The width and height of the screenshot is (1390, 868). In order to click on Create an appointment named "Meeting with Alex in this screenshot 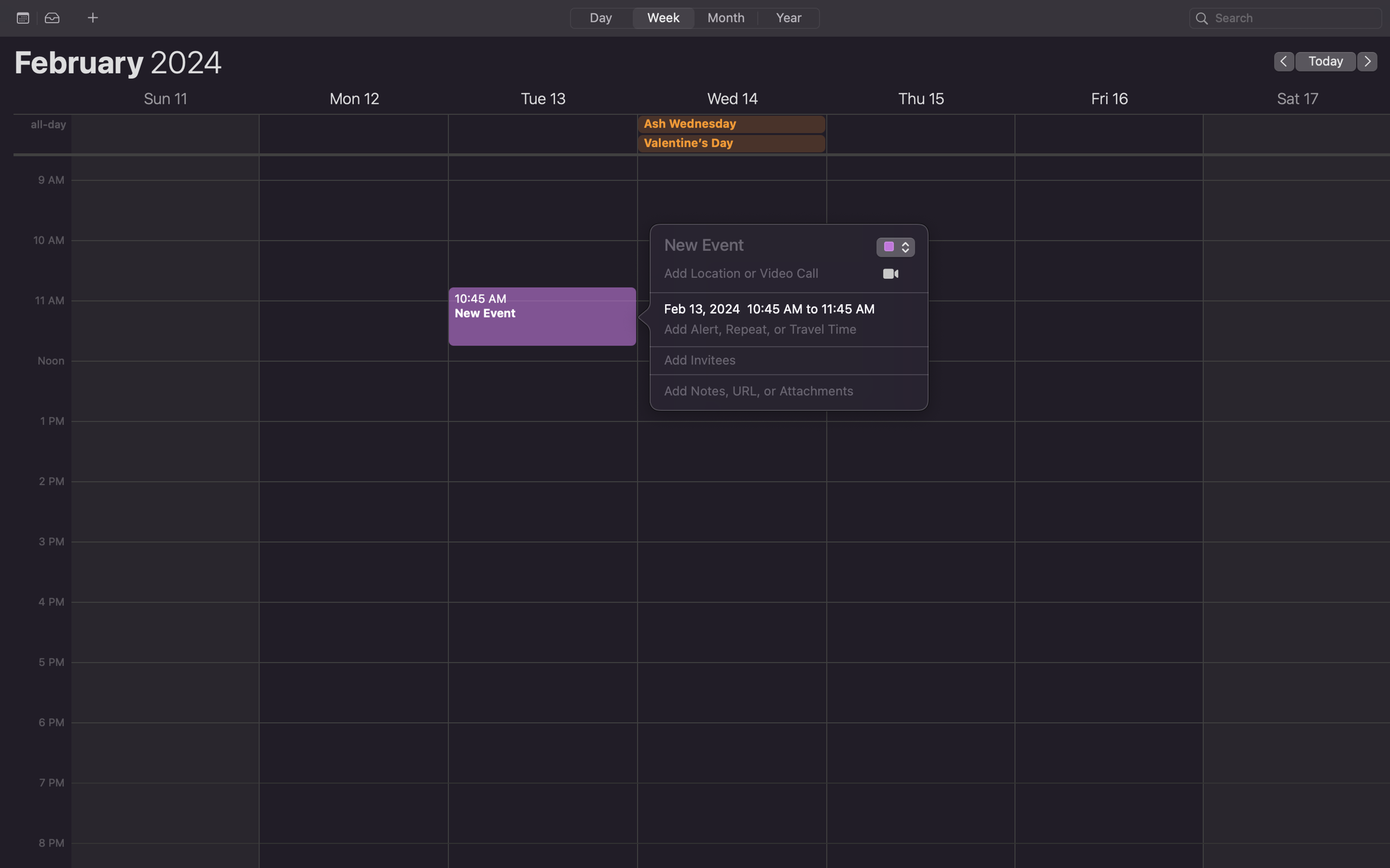, I will do `click(760, 244)`.